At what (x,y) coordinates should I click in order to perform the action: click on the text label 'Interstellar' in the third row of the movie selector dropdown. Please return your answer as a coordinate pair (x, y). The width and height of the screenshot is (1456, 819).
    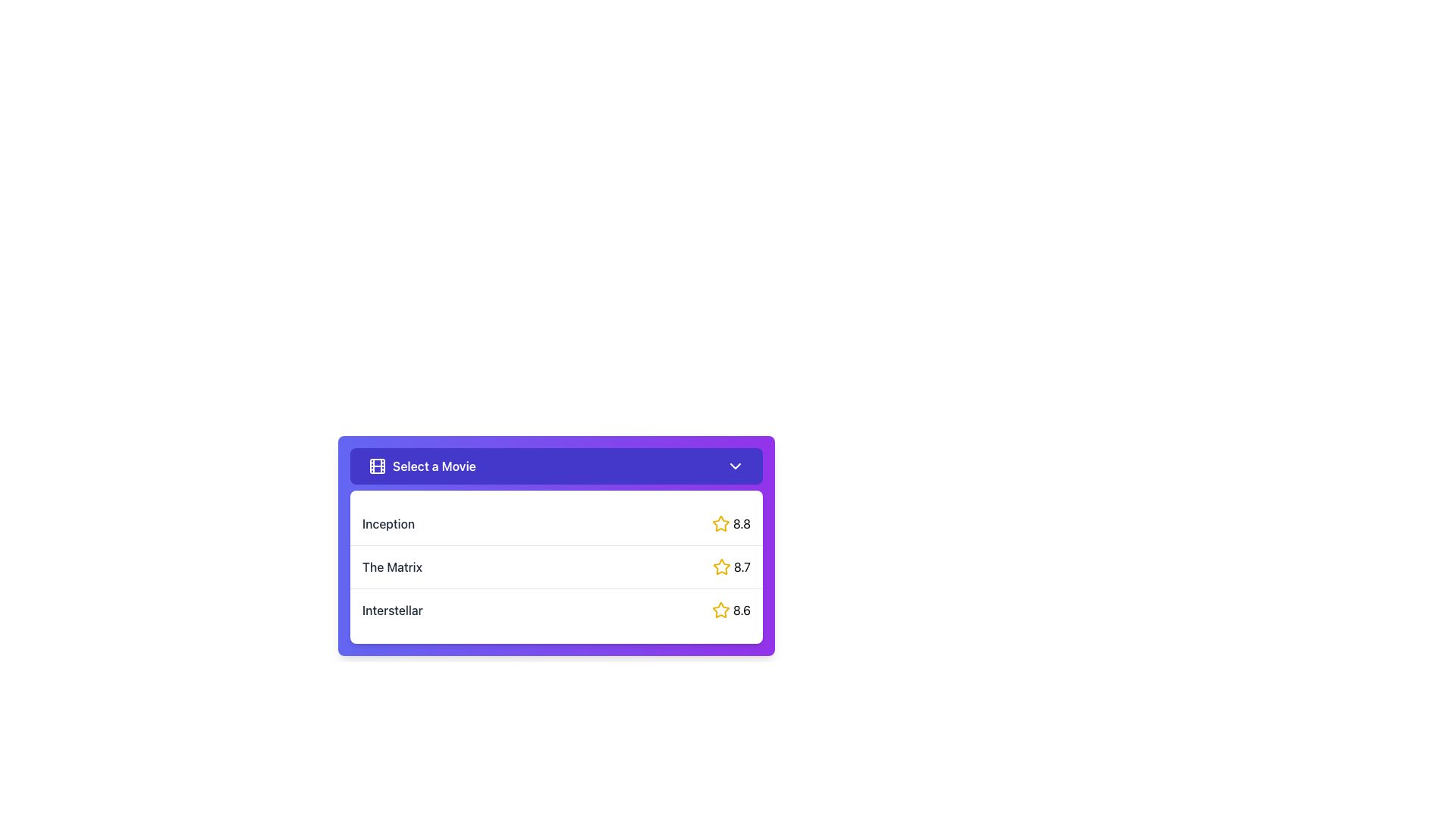
    Looking at the image, I should click on (392, 610).